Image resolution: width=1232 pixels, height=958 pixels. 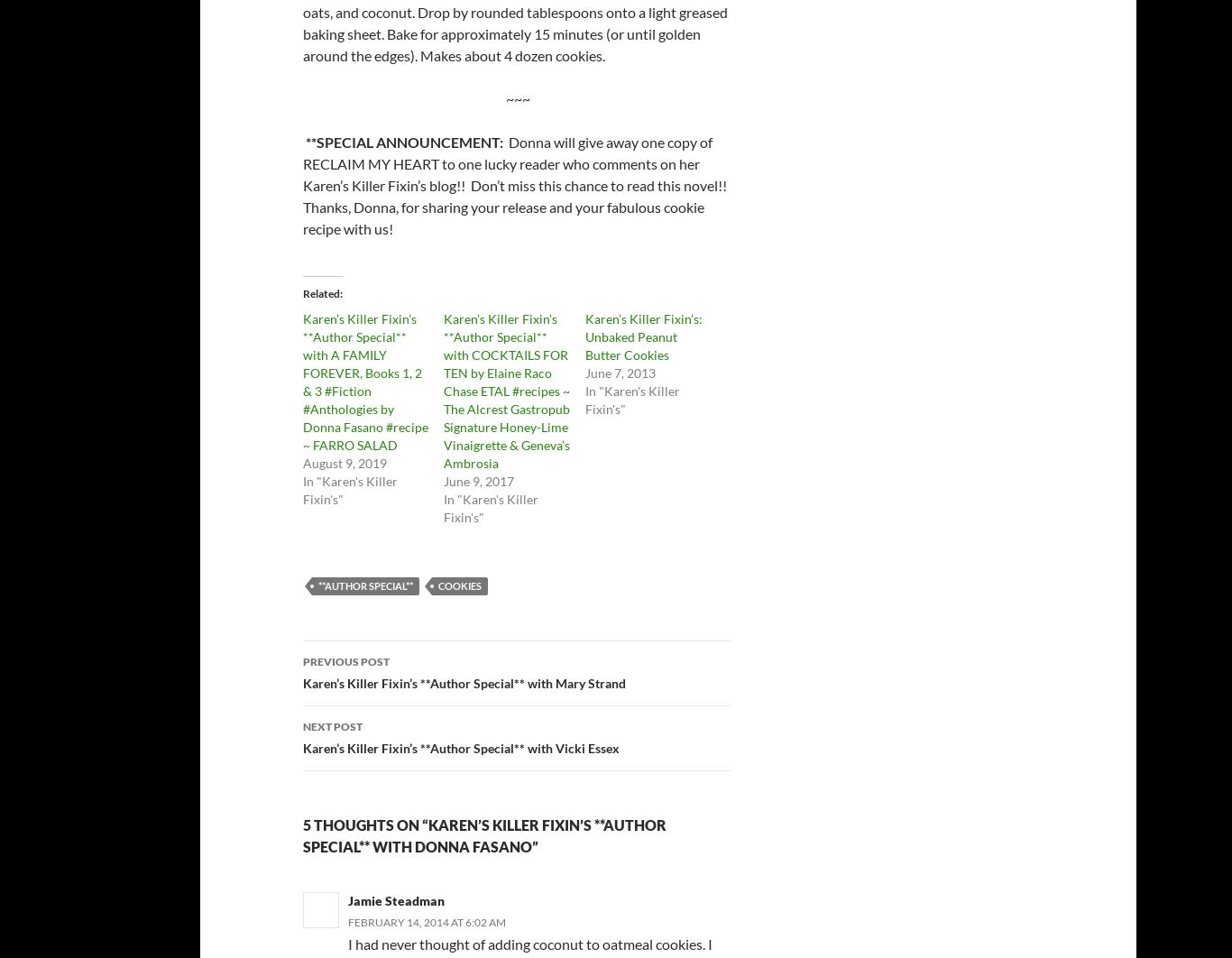 I want to click on 'Next Post', so click(x=303, y=725).